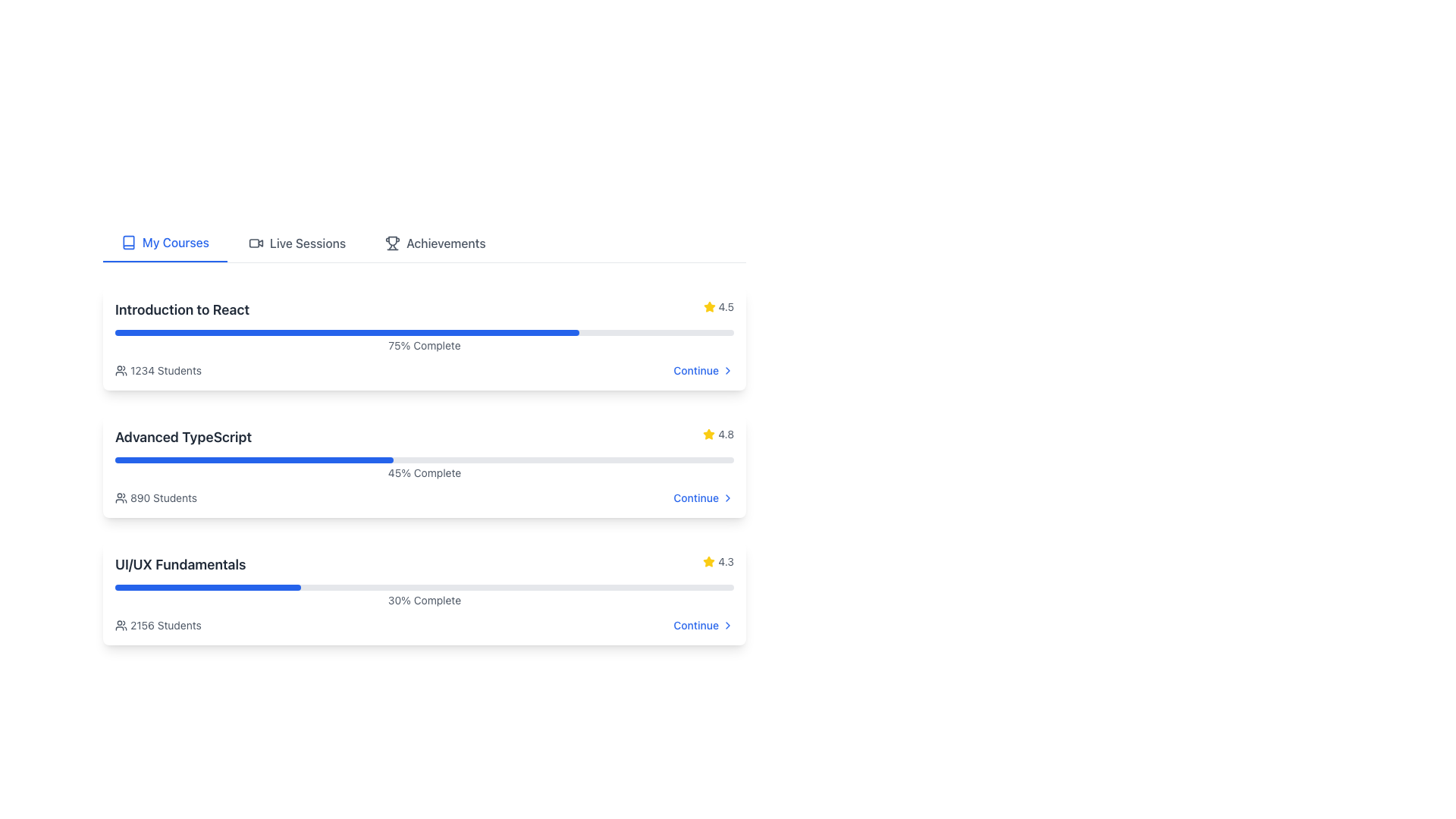  Describe the element at coordinates (128, 242) in the screenshot. I see `the small book icon located to the far left of the navigation bar, adjacent to the 'My Courses' label` at that location.